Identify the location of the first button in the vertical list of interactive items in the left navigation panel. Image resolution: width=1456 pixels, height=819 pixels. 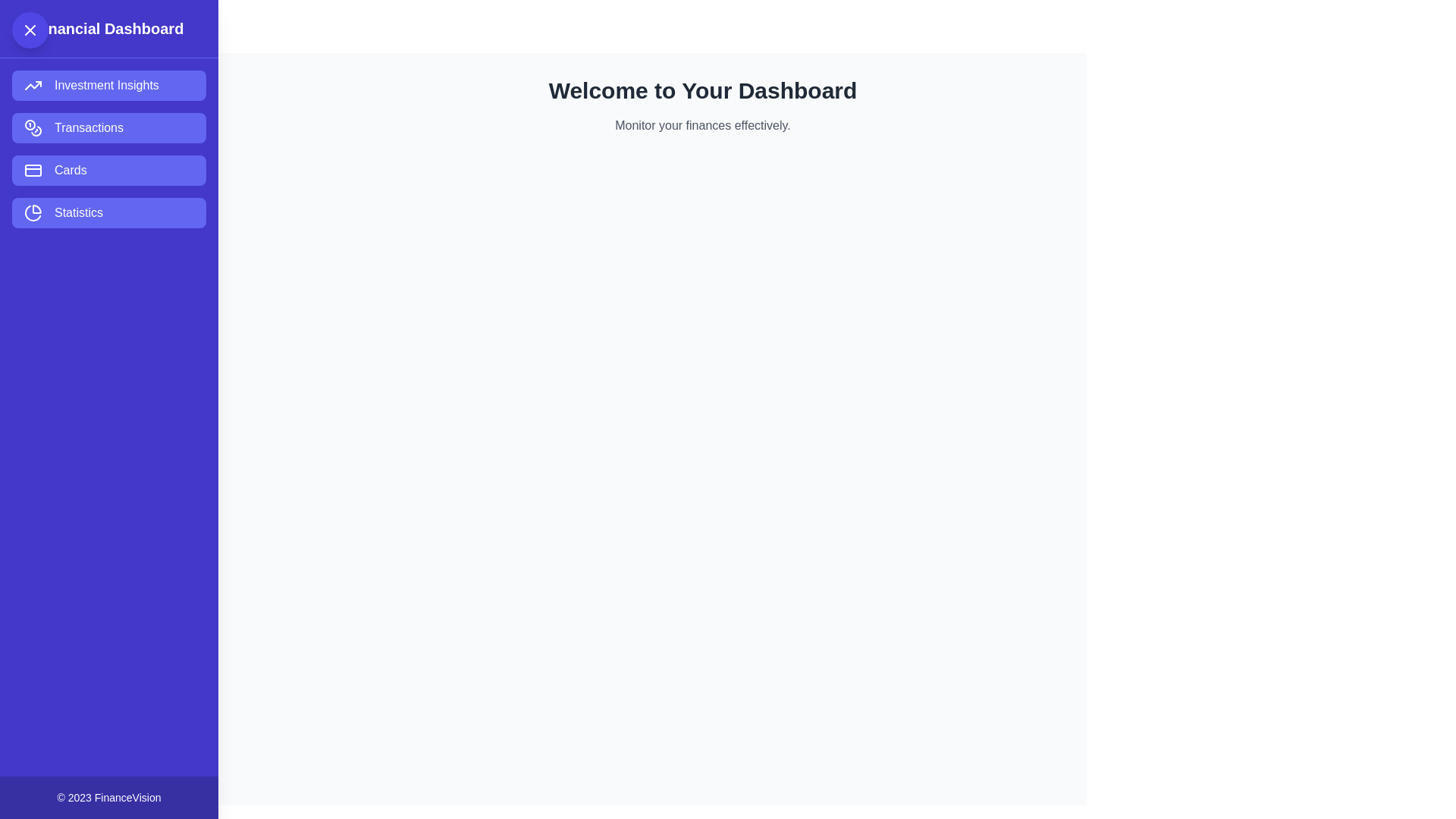
(108, 85).